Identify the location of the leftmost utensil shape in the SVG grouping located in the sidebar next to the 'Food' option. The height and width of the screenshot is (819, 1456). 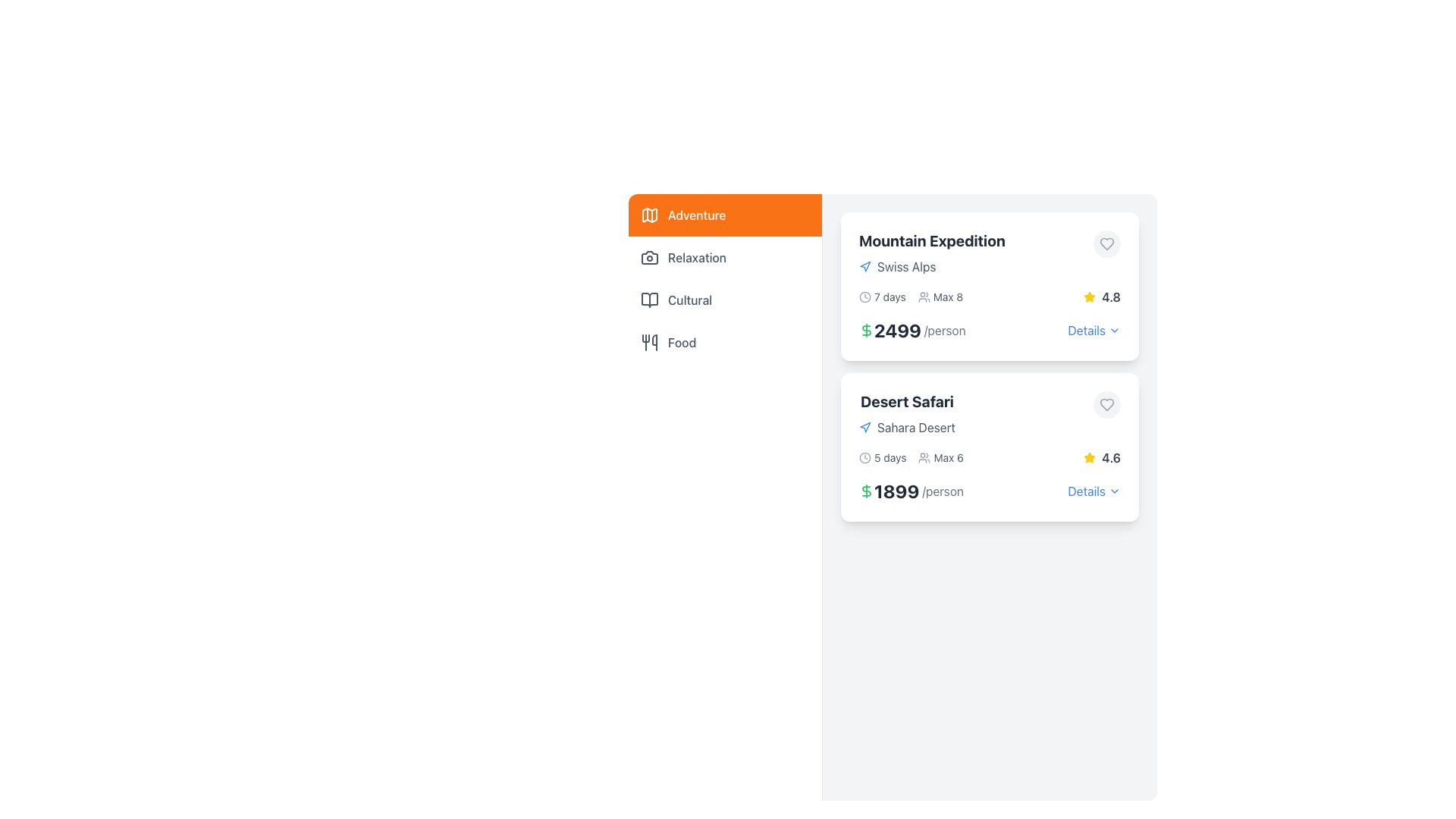
(645, 337).